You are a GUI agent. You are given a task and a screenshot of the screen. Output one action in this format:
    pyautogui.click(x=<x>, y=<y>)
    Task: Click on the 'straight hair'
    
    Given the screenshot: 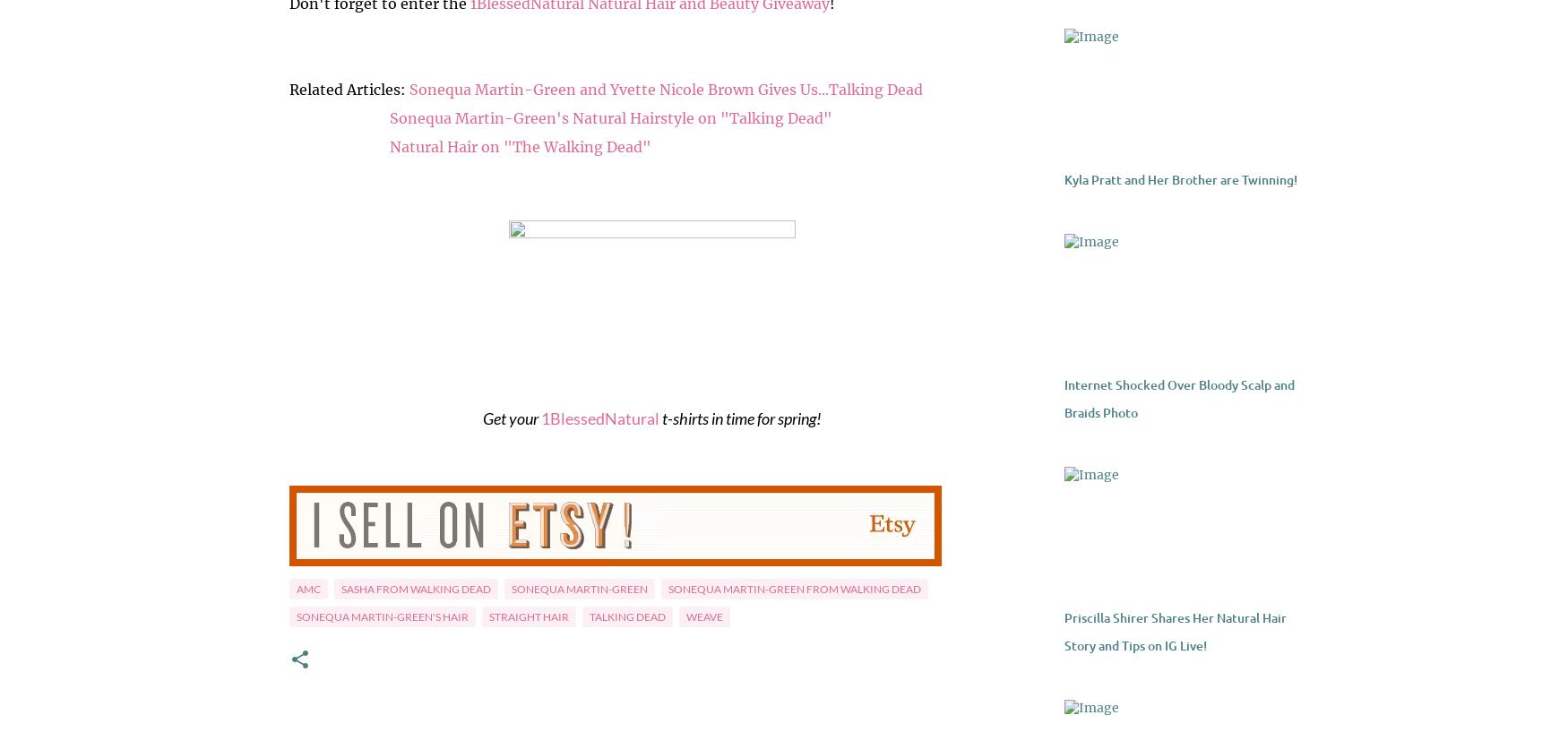 What is the action you would take?
    pyautogui.click(x=528, y=616)
    